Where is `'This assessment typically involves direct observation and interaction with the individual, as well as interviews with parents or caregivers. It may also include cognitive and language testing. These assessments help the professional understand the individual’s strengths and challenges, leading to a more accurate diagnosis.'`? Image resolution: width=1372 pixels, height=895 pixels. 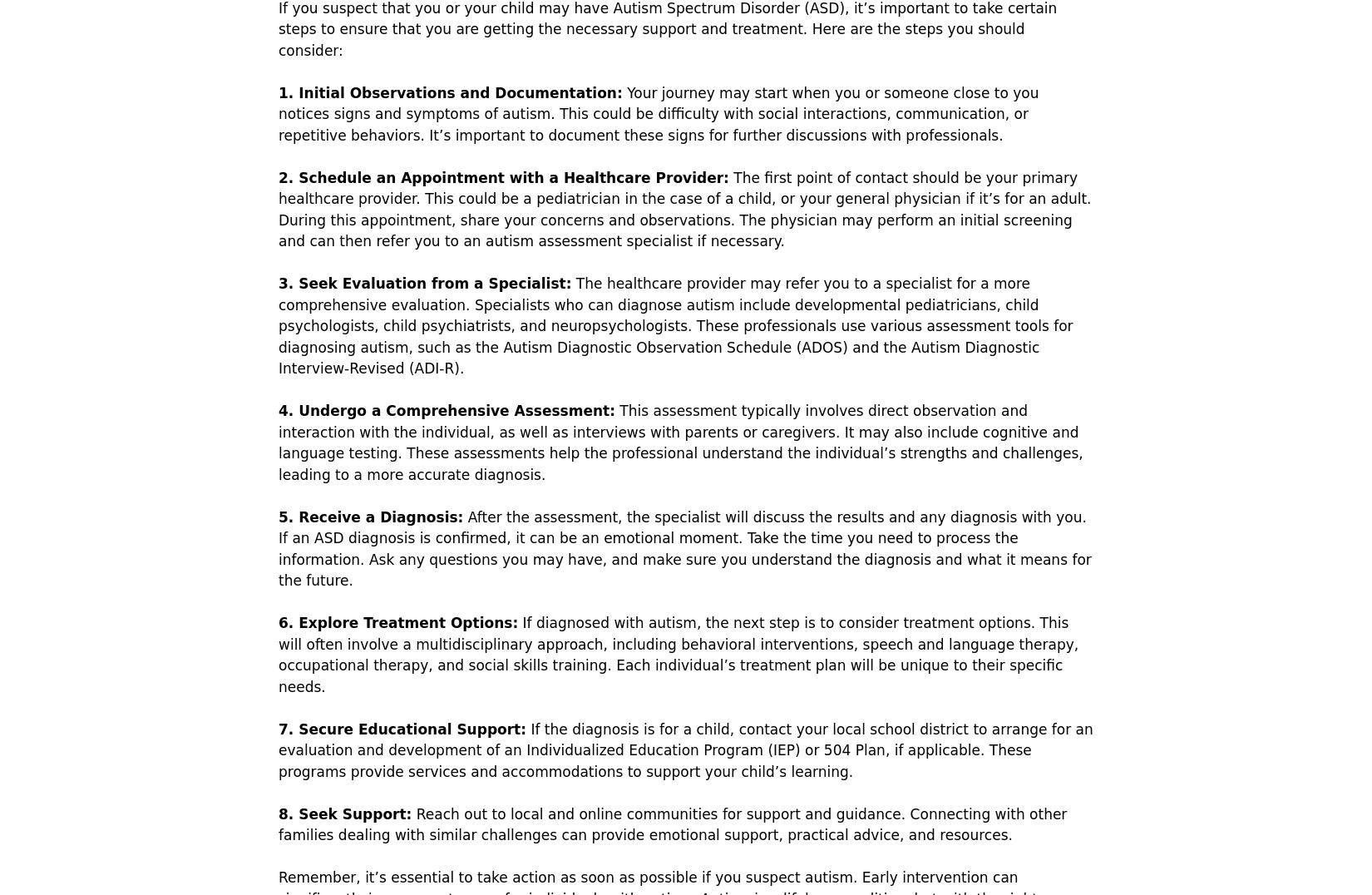
'This assessment typically involves direct observation and interaction with the individual, as well as interviews with parents or caregivers. It may also include cognitive and language testing. These assessments help the professional understand the individual’s strengths and challenges, leading to a more accurate diagnosis.' is located at coordinates (278, 442).